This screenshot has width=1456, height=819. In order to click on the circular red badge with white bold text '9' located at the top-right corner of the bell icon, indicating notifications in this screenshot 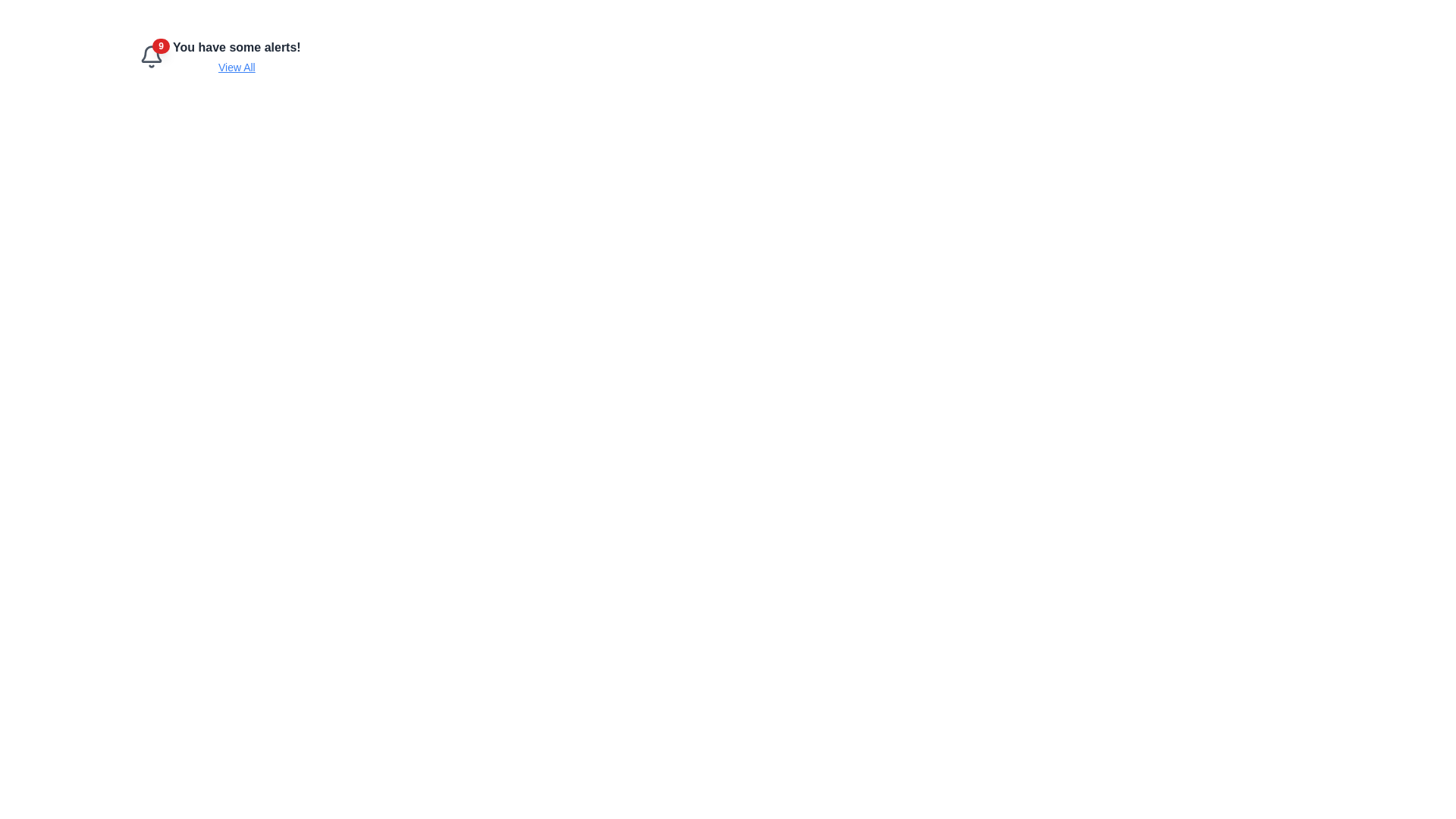, I will do `click(161, 45)`.